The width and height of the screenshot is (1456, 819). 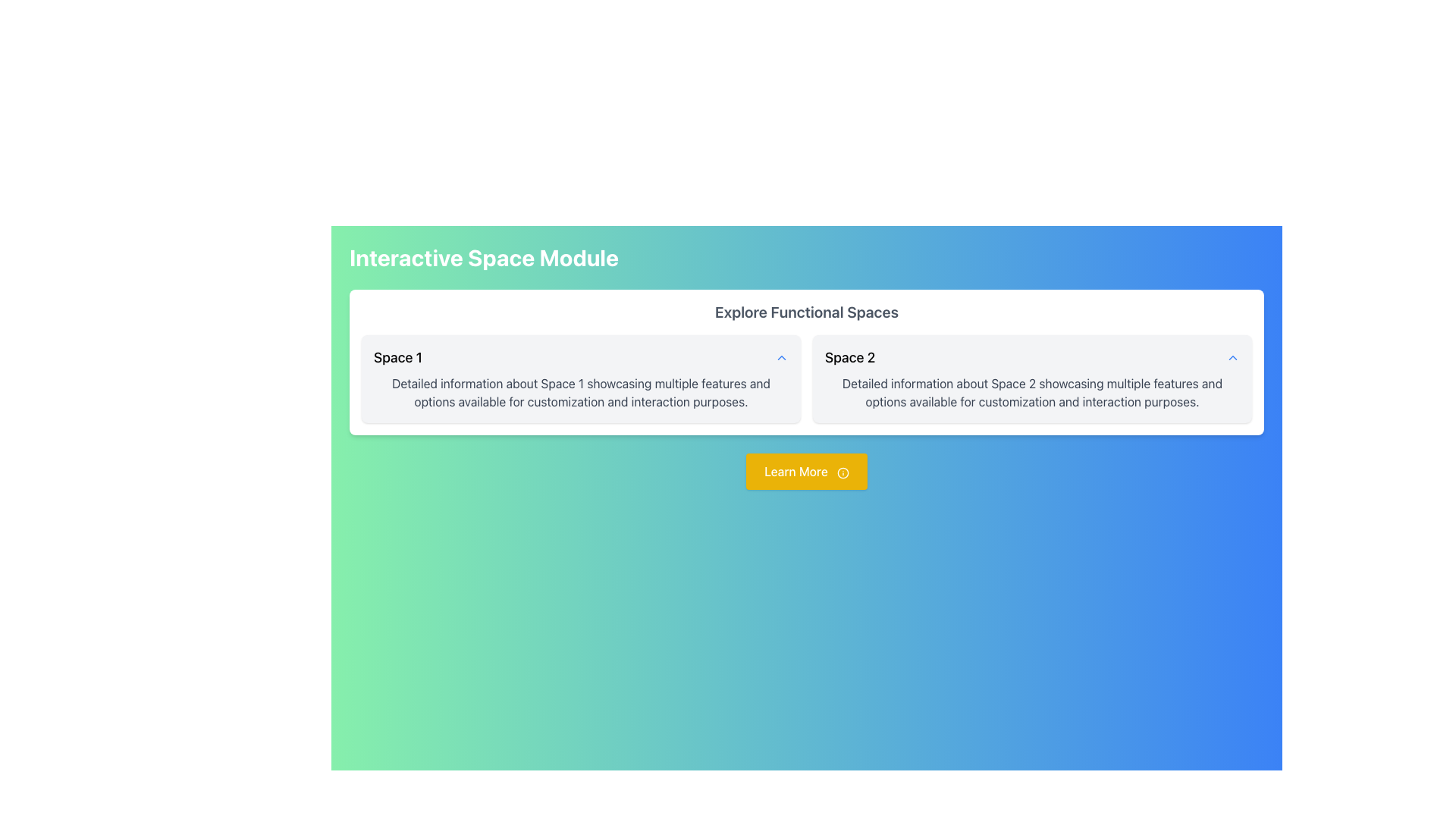 I want to click on the upward-pointing blue chevron icon button located in the upper-right portion of the 'Space 2' section, so click(x=1233, y=357).